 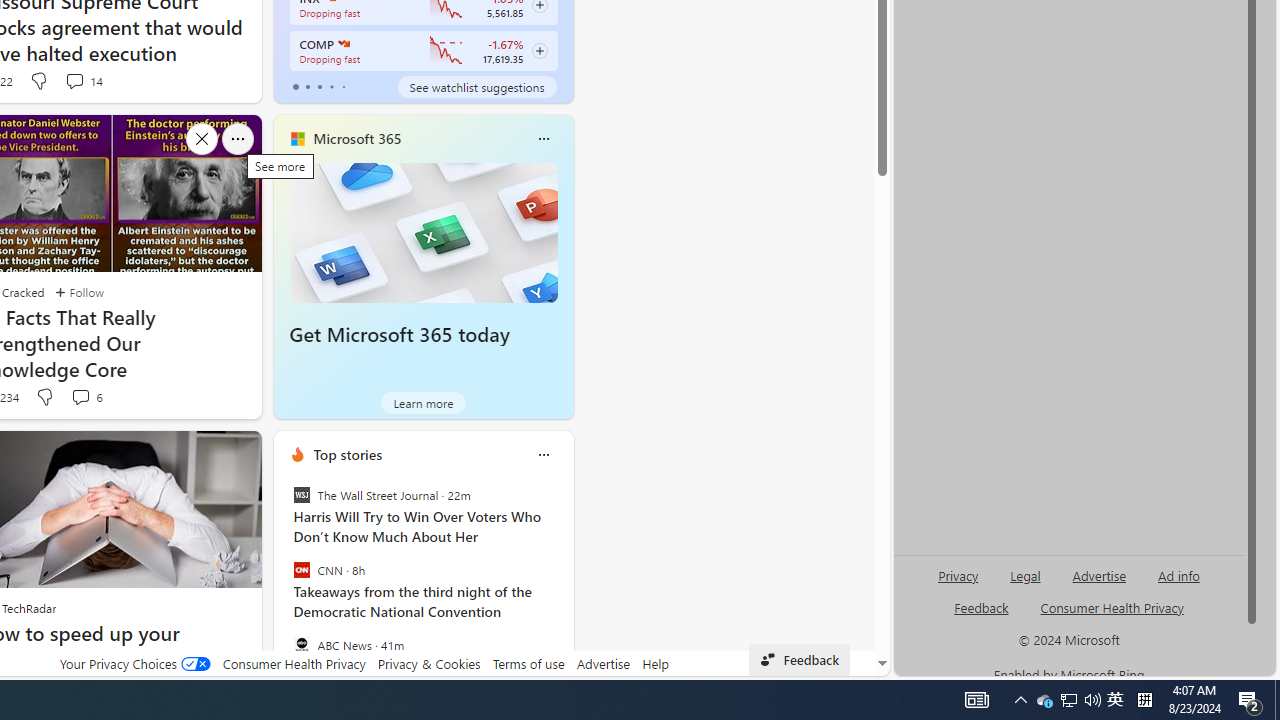 What do you see at coordinates (306, 86) in the screenshot?
I see `'tab-1'` at bounding box center [306, 86].